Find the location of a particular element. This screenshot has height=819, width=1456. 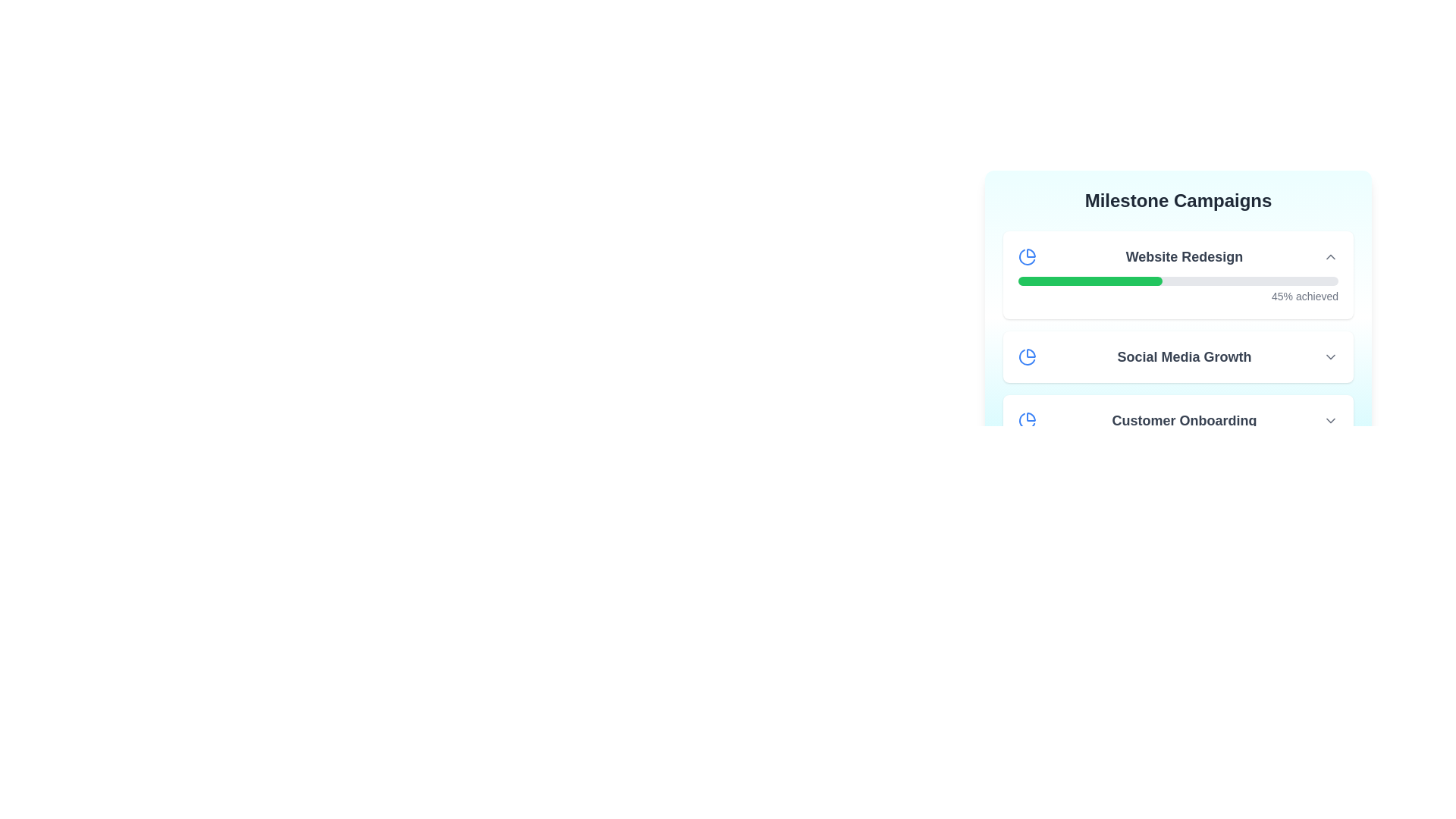

the 'Social Media Growth' collapsible section header is located at coordinates (1178, 356).